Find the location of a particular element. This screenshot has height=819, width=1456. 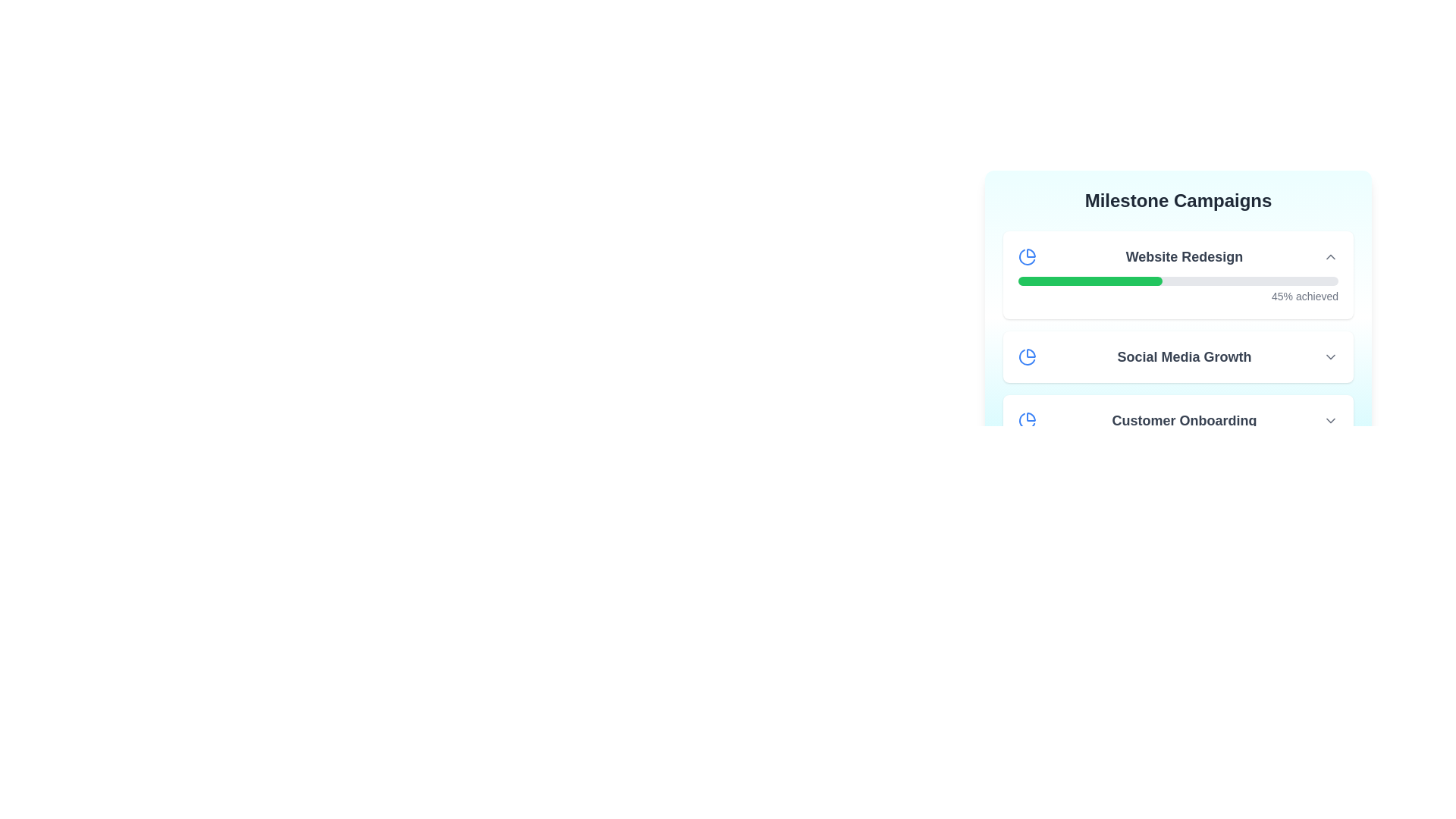

the 'Social Media Growth' collapsible section header is located at coordinates (1178, 356).